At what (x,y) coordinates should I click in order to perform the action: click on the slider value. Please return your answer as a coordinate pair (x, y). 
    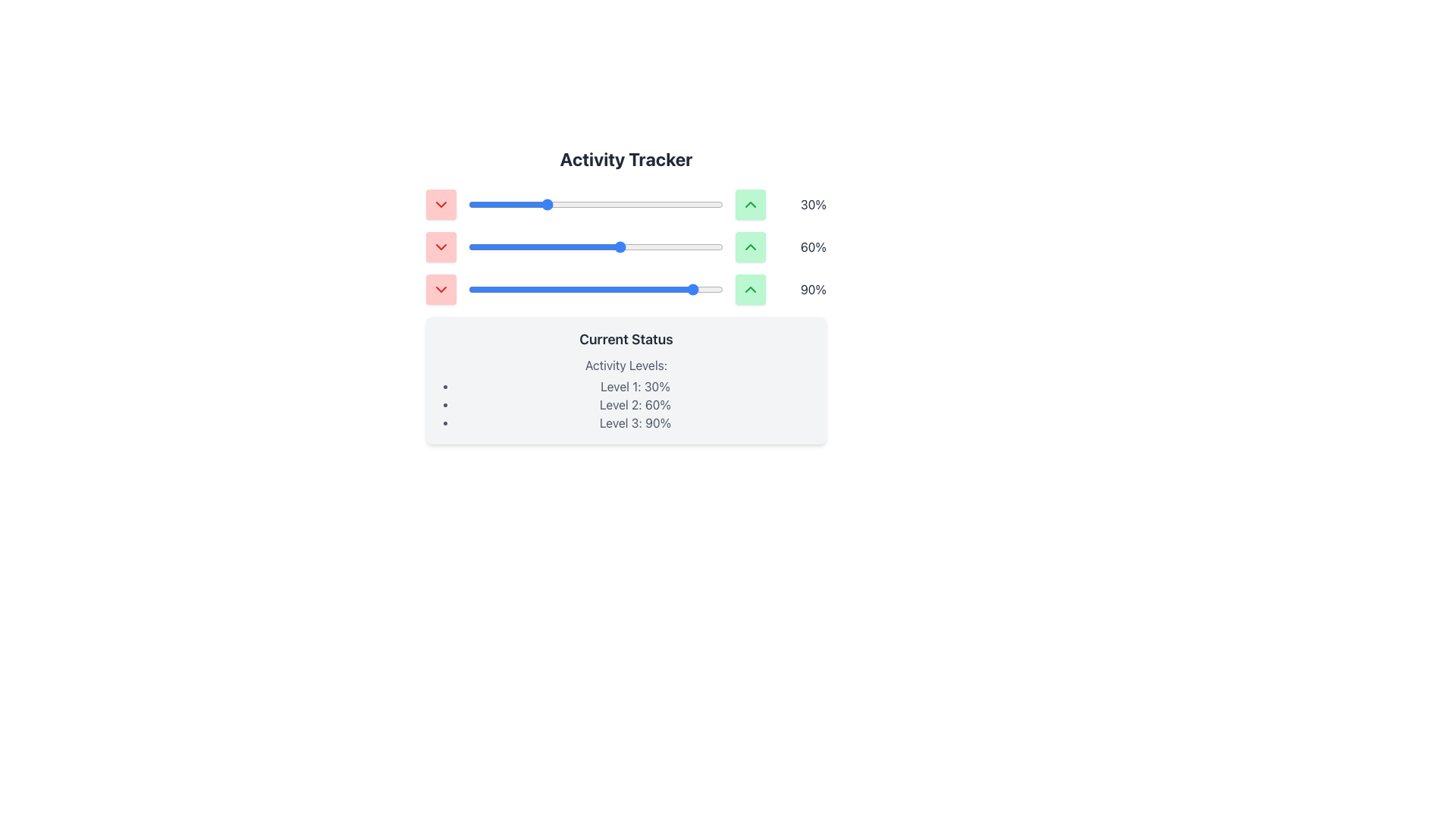
    Looking at the image, I should click on (537, 289).